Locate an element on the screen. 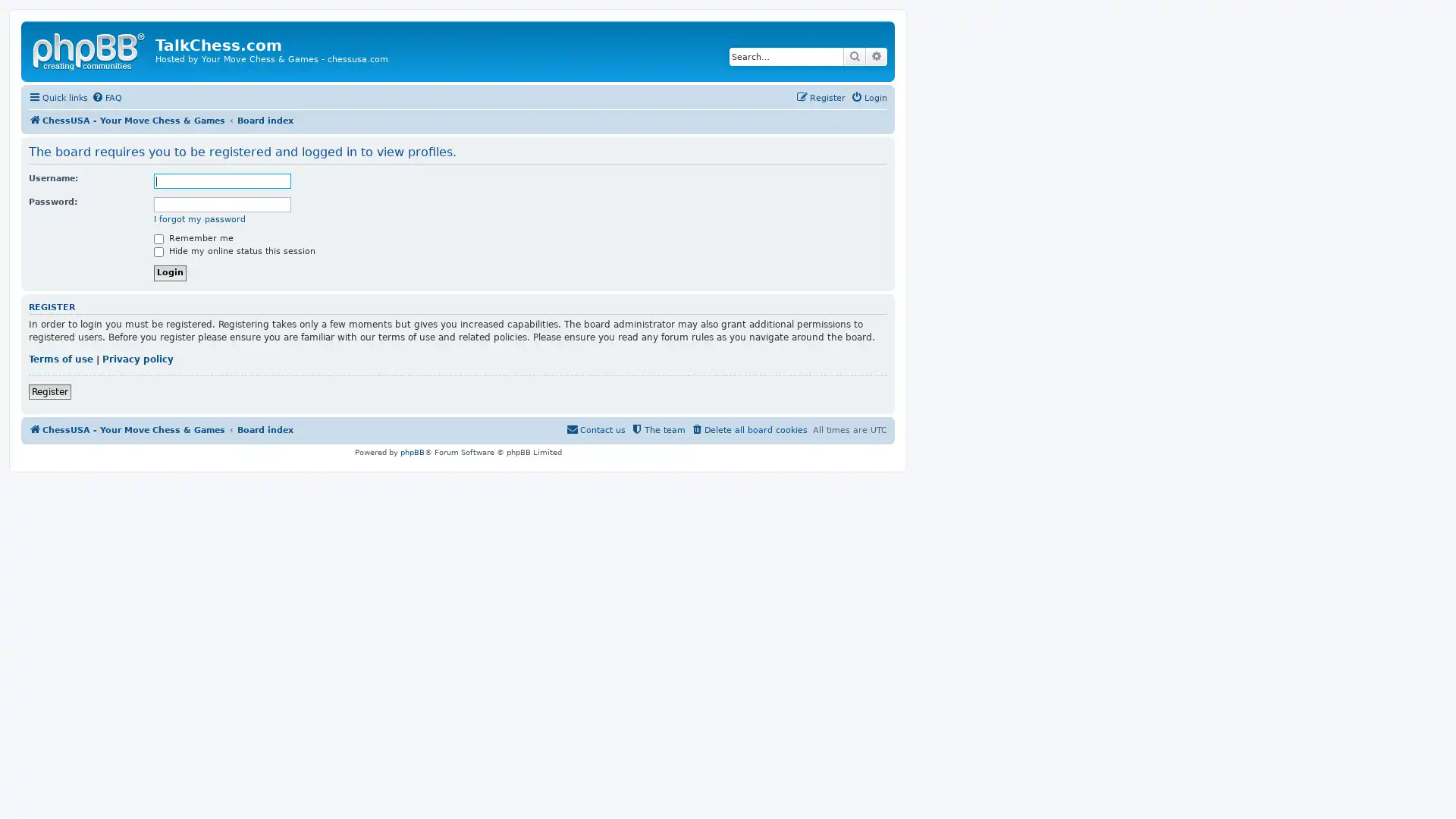 The width and height of the screenshot is (1456, 819). Search is located at coordinates (855, 55).